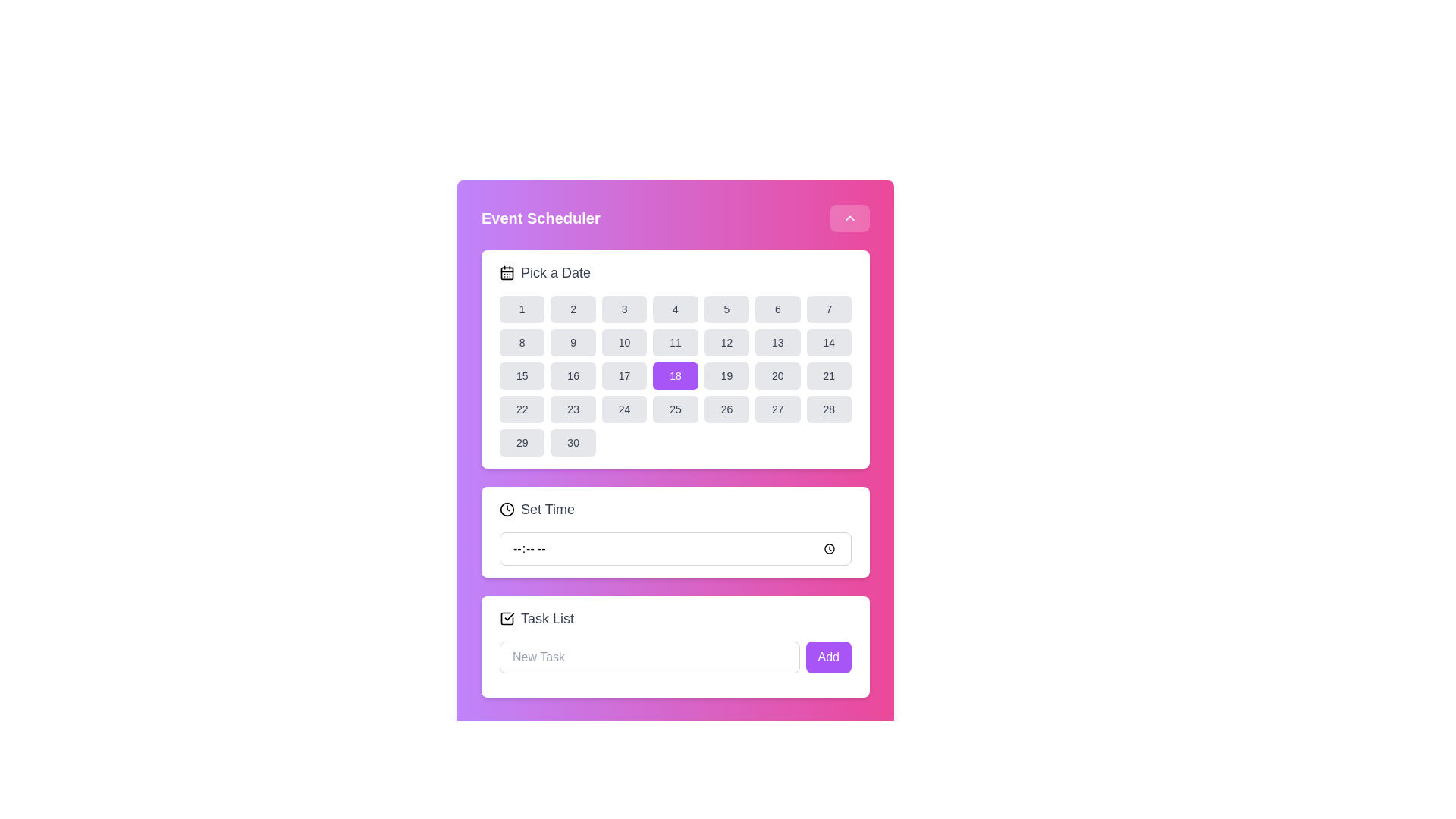 Image resolution: width=1456 pixels, height=819 pixels. What do you see at coordinates (675, 309) in the screenshot?
I see `the small rounded rectangular button labeled '4' in the 'Pick a Date' section of the 'Event Scheduler' interface` at bounding box center [675, 309].